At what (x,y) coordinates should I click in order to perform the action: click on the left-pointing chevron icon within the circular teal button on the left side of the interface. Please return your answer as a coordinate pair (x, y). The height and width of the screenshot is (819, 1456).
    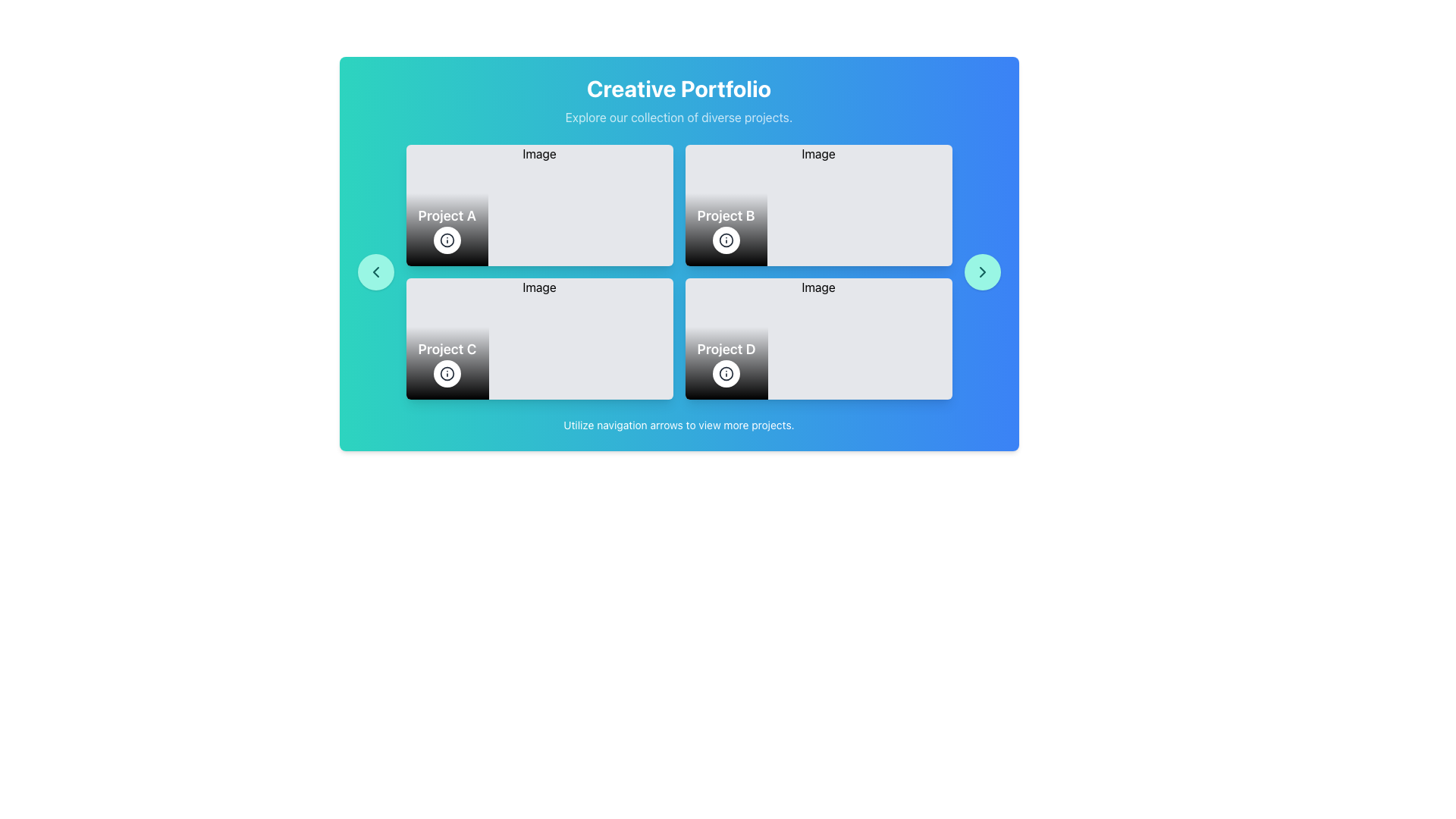
    Looking at the image, I should click on (375, 271).